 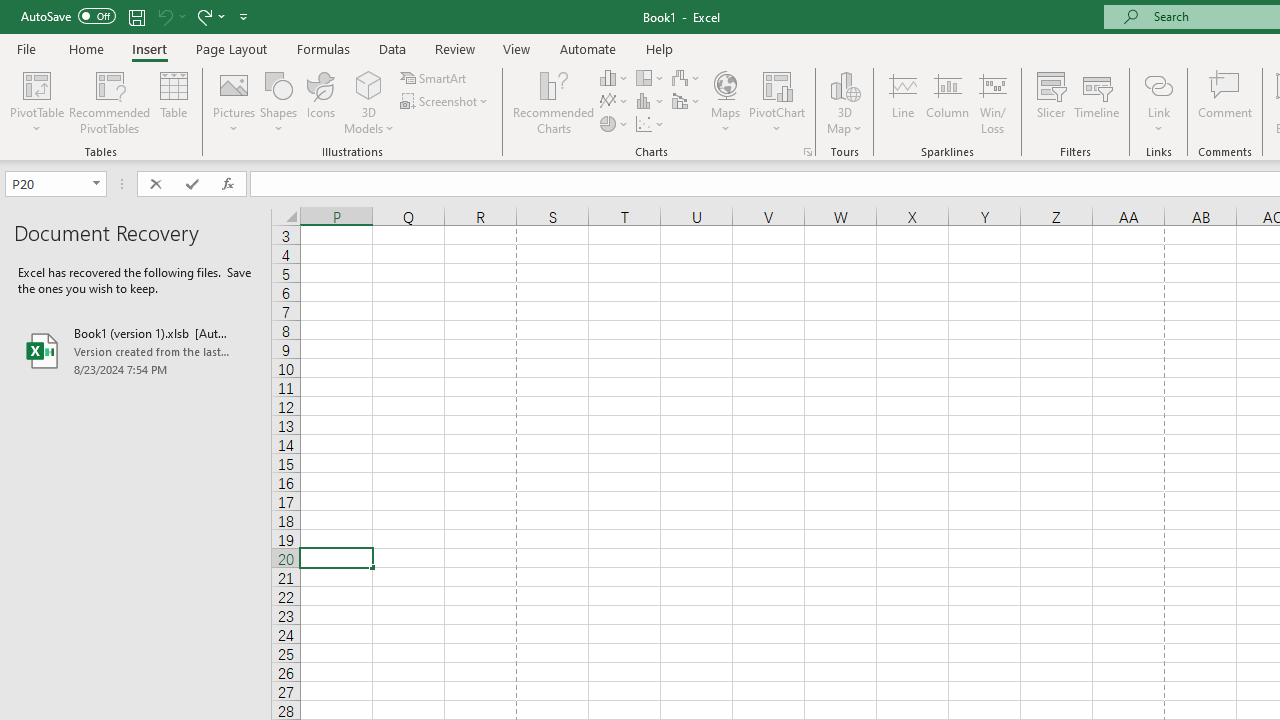 What do you see at coordinates (808, 150) in the screenshot?
I see `'Recommended Charts'` at bounding box center [808, 150].